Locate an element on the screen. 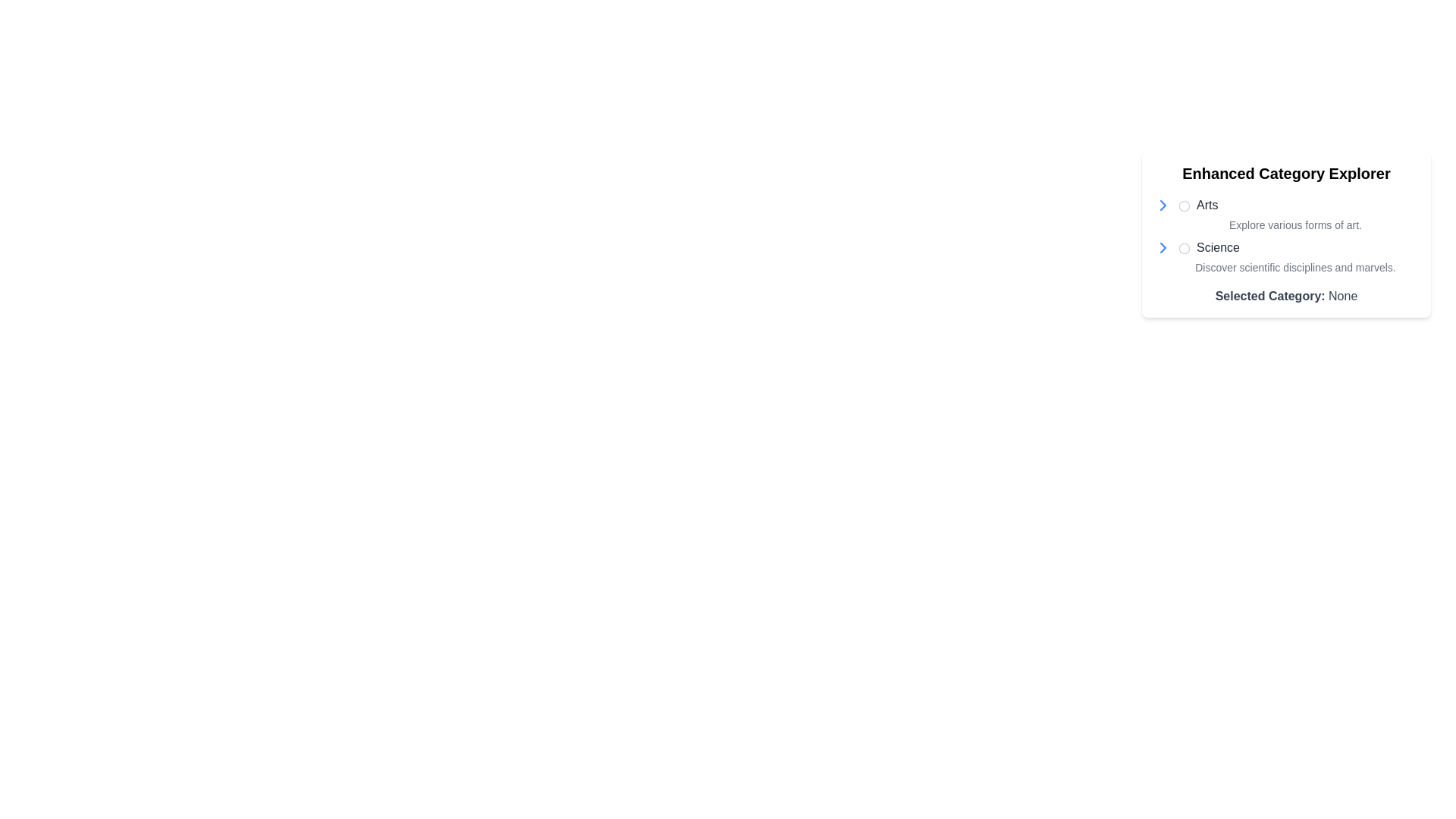  text header 'Enhanced Category Explorer', which is a bold and larger font title at the top of a card-like UI component with a white background is located at coordinates (1285, 172).